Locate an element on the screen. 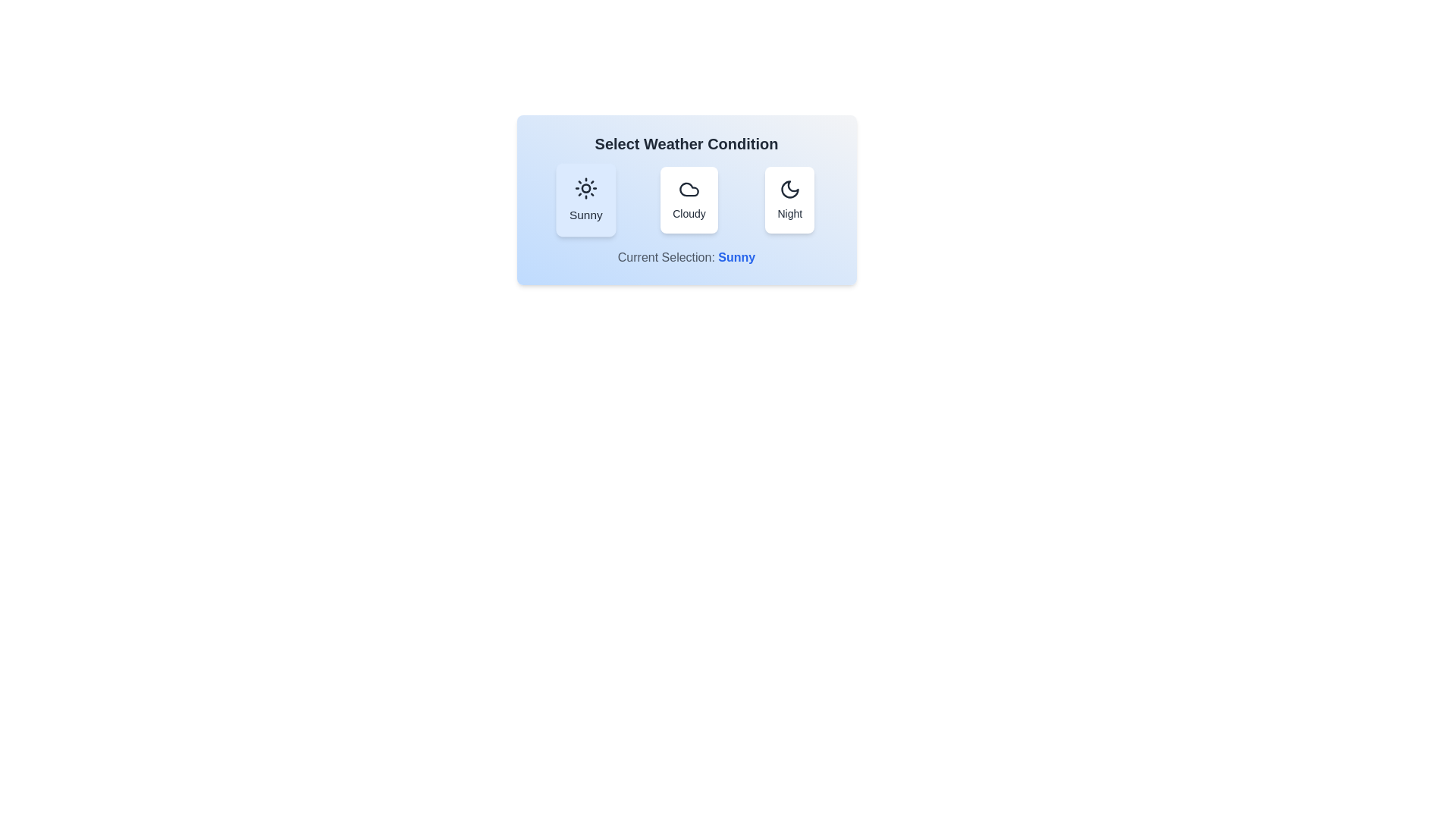  the weather condition by clicking on the respective icon: Night is located at coordinates (789, 199).